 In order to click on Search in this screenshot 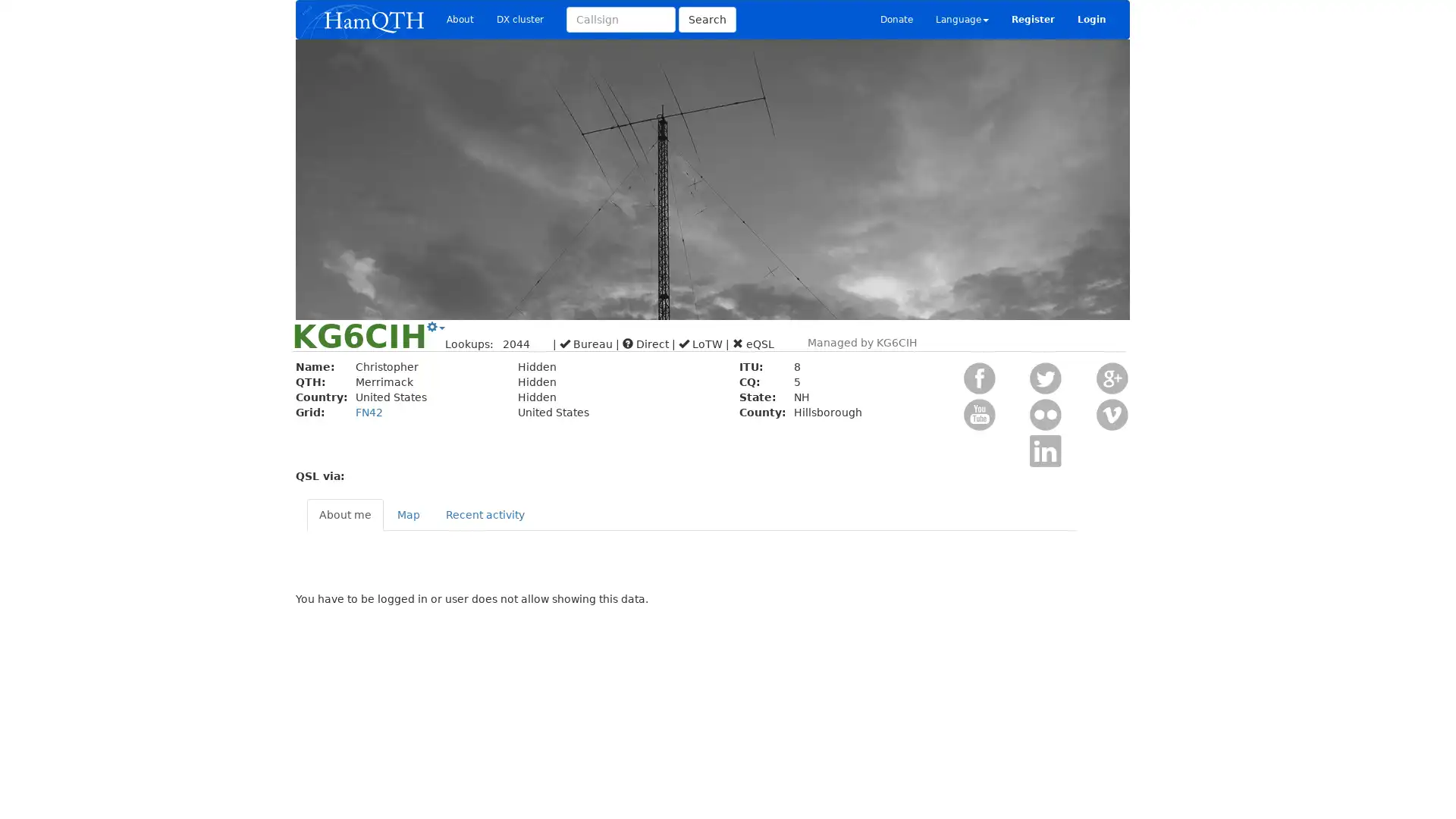, I will do `click(706, 20)`.